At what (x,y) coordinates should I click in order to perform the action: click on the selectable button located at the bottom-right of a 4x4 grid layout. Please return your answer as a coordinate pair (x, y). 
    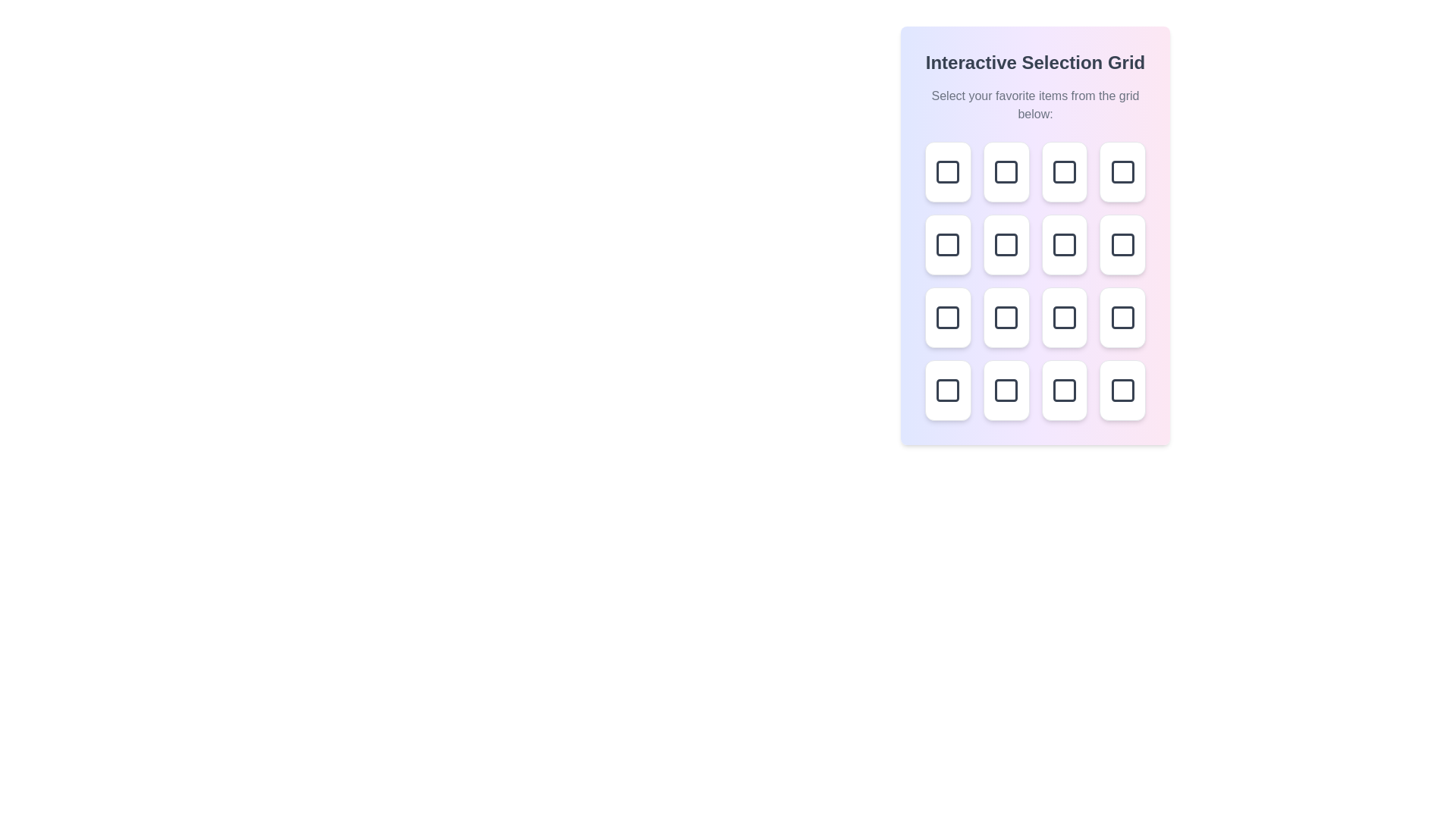
    Looking at the image, I should click on (1122, 390).